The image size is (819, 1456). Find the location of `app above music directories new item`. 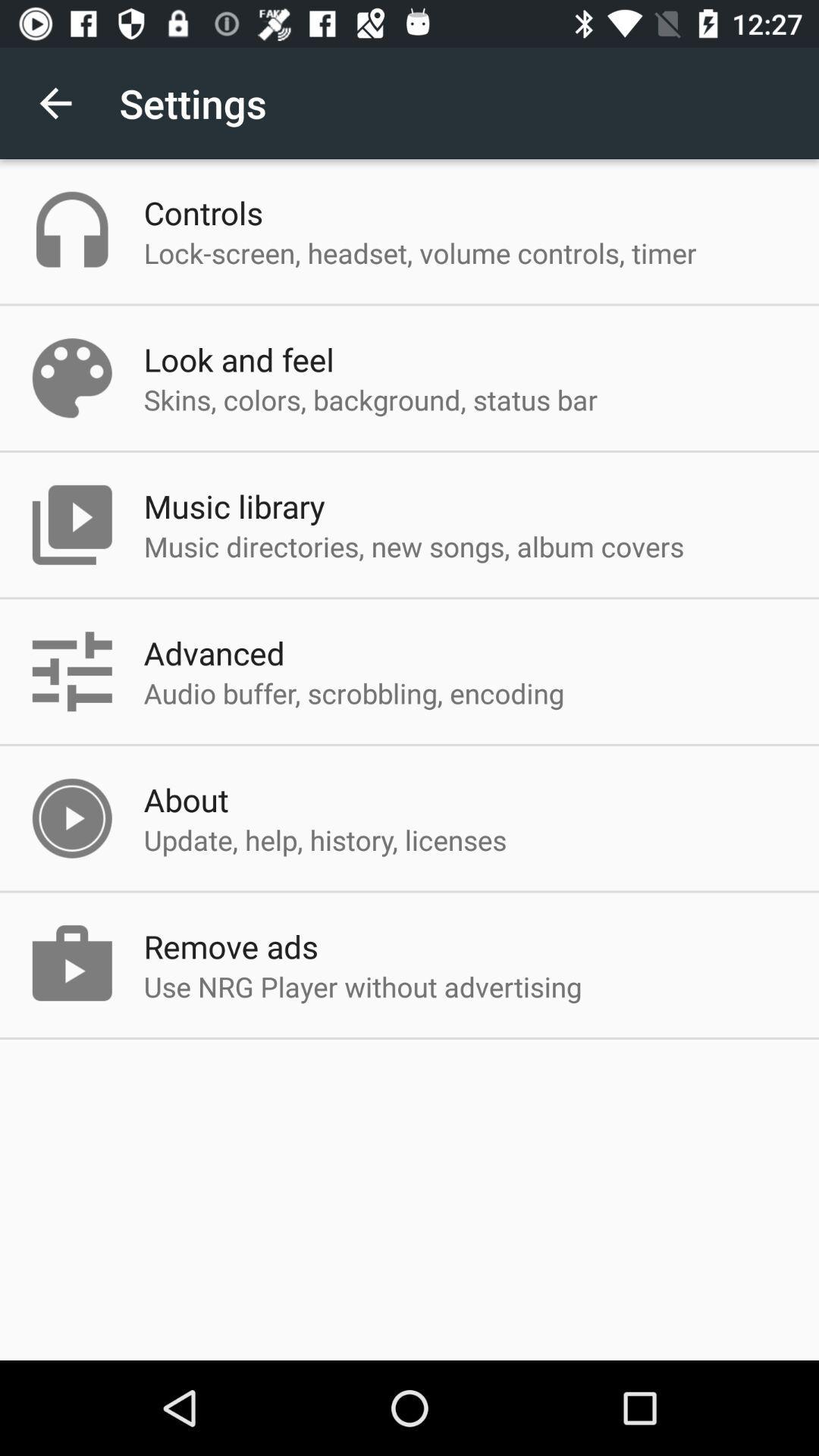

app above music directories new item is located at coordinates (234, 506).